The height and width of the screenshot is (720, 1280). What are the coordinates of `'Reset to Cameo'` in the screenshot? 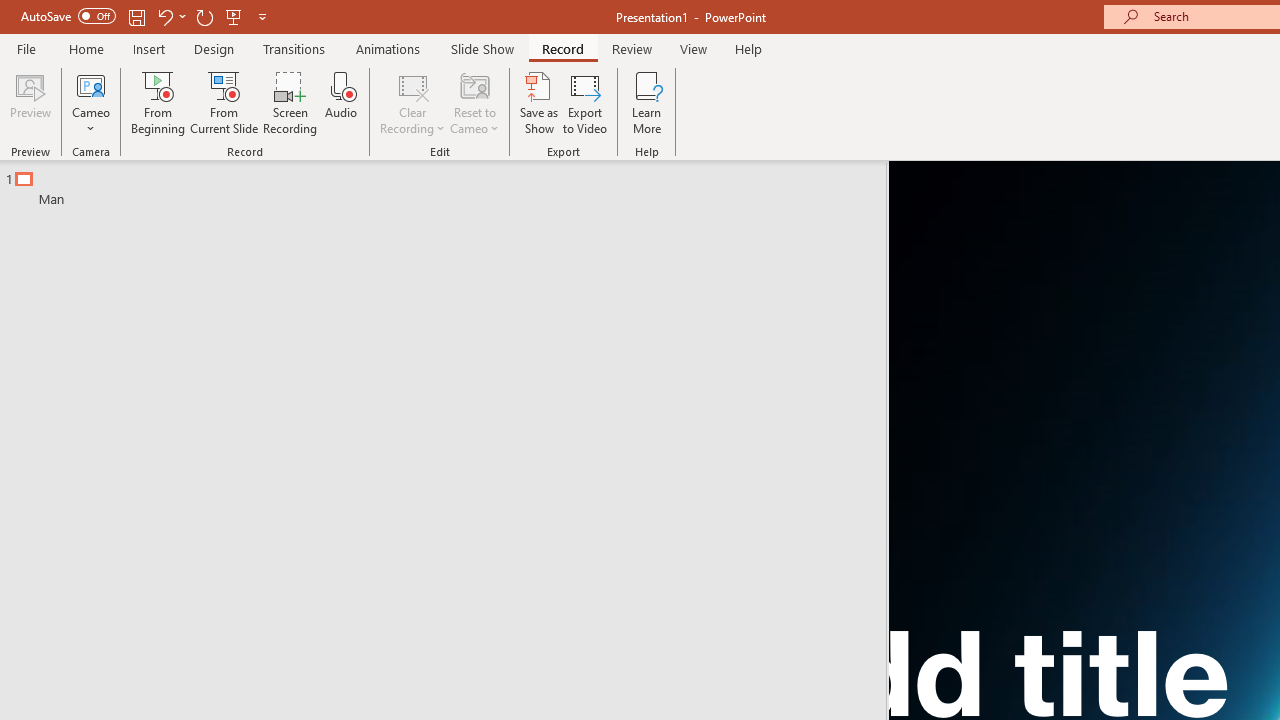 It's located at (473, 103).